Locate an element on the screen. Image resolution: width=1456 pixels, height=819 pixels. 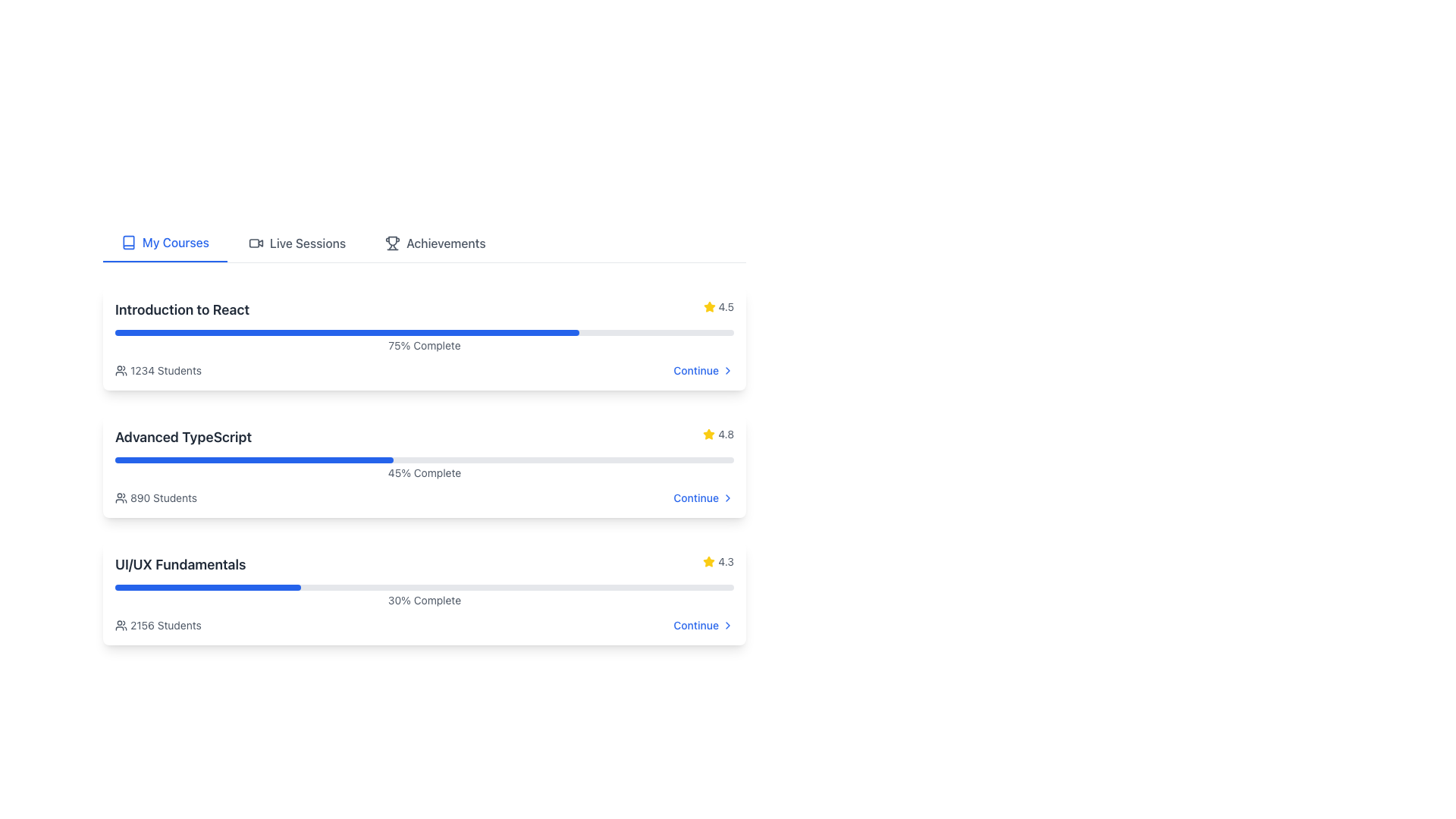
the progress bar segment indicating 30% completion for the 'UI/UX Fundamentals' course, located within the last progress bar in the UI is located at coordinates (207, 587).